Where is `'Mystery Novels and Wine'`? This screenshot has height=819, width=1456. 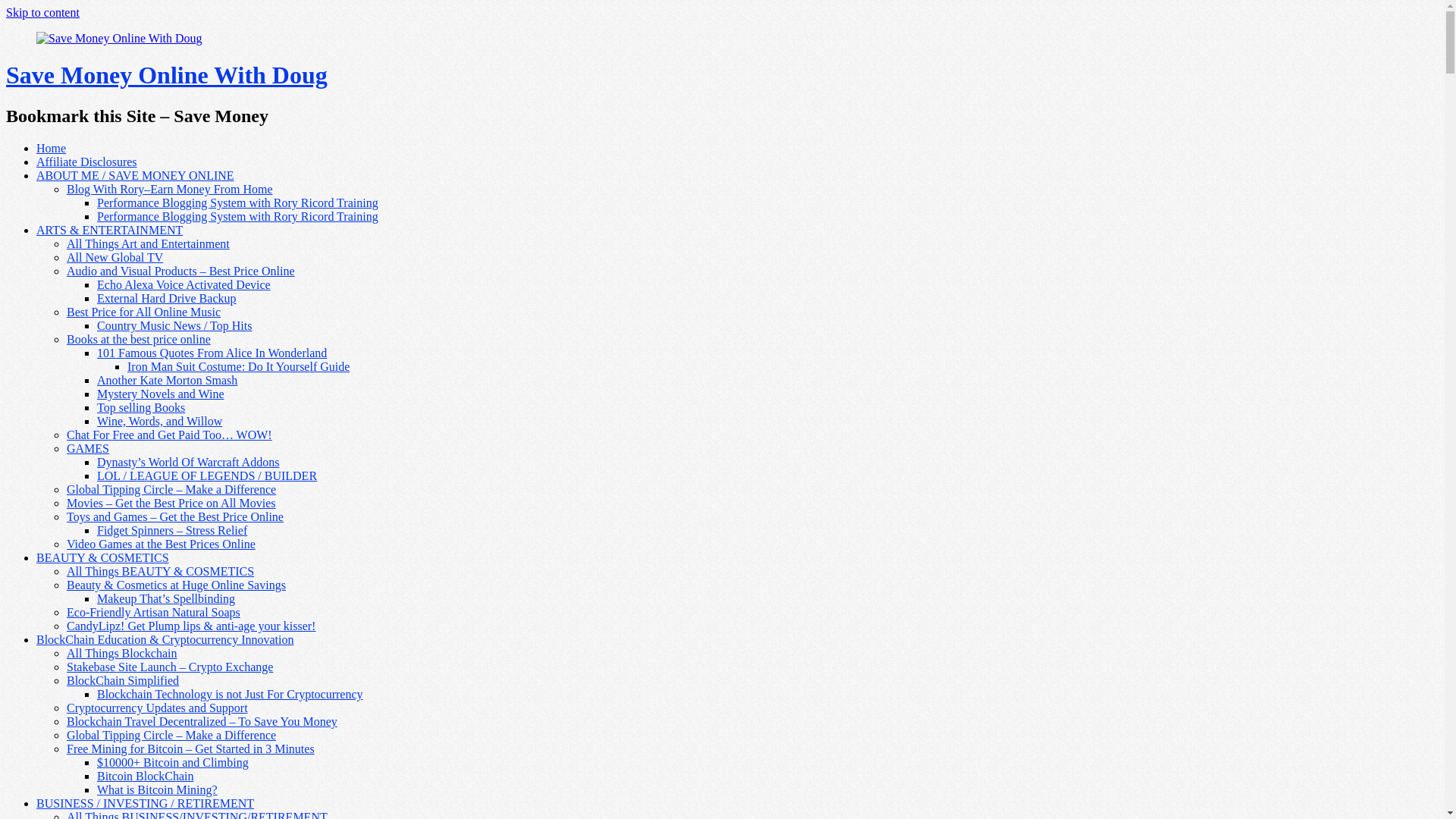
'Mystery Novels and Wine' is located at coordinates (160, 393).